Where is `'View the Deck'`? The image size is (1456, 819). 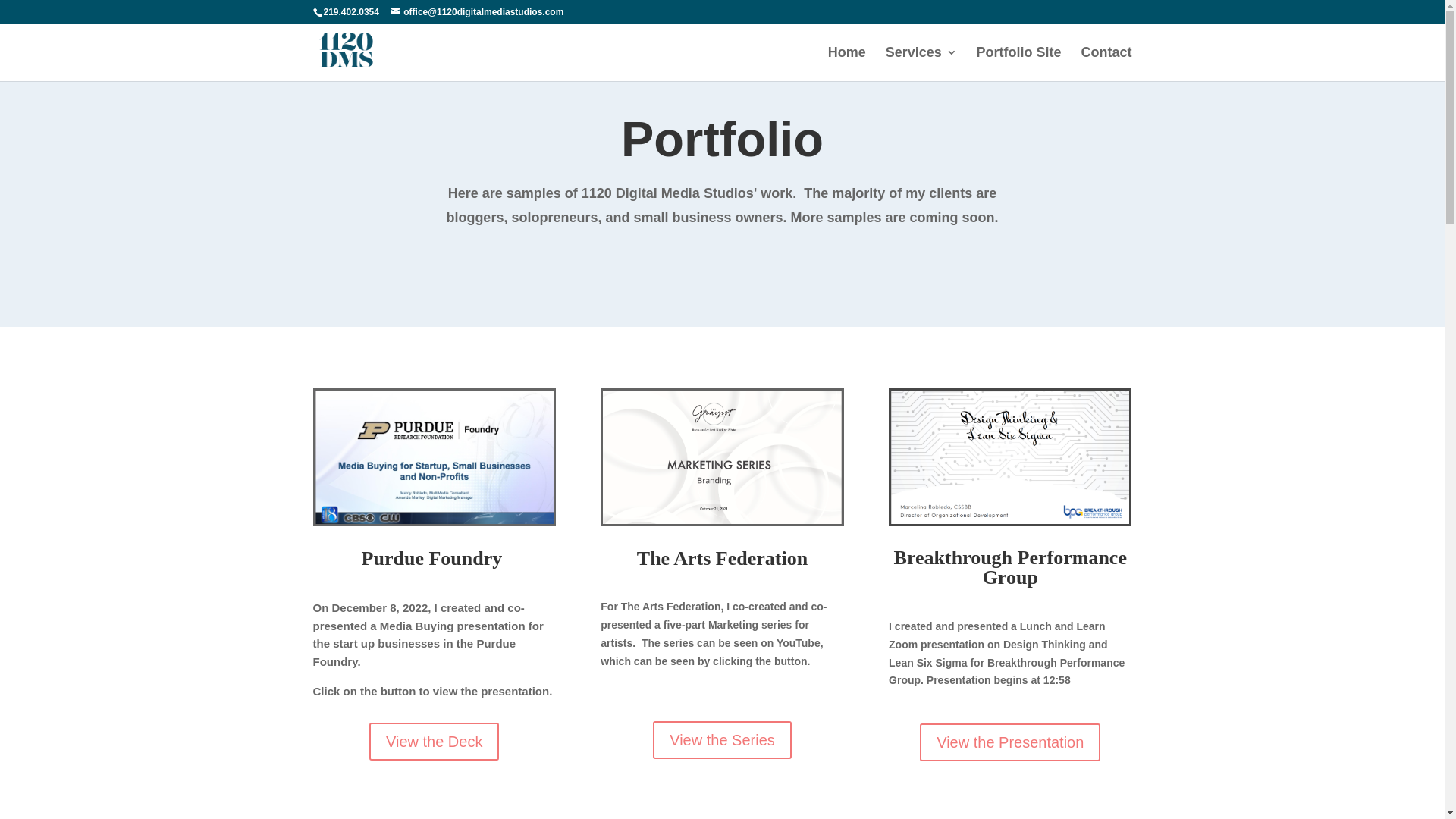
'View the Deck' is located at coordinates (433, 741).